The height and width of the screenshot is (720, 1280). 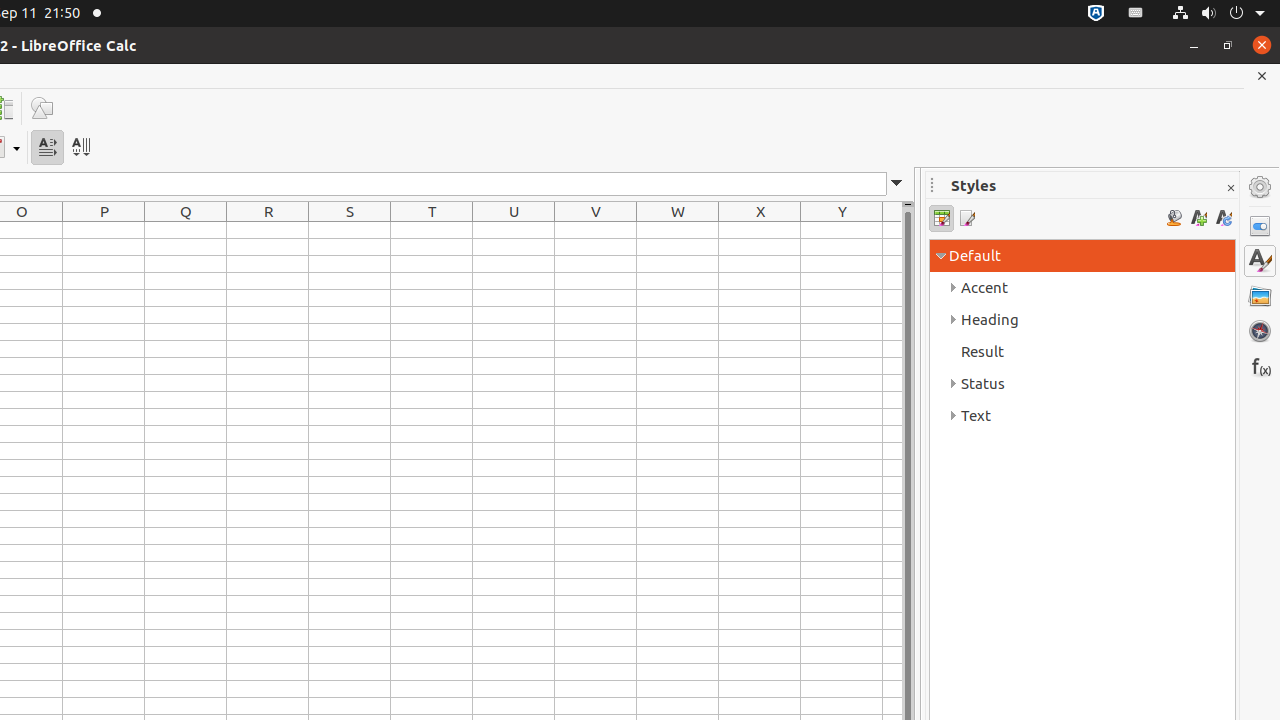 I want to click on 'S1', so click(x=349, y=229).